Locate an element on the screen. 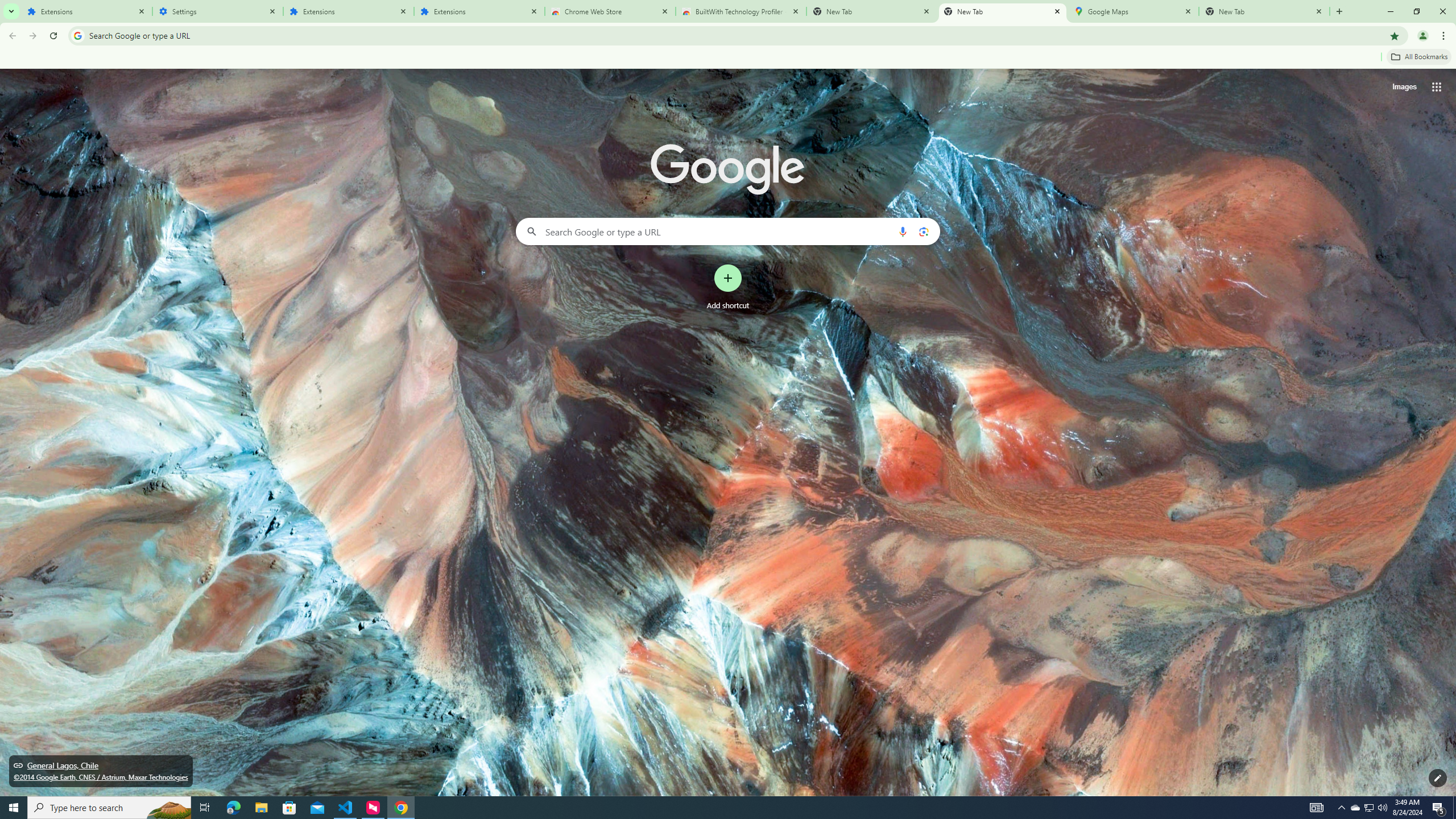 The image size is (1456, 819). 'New Tab' is located at coordinates (1264, 11).